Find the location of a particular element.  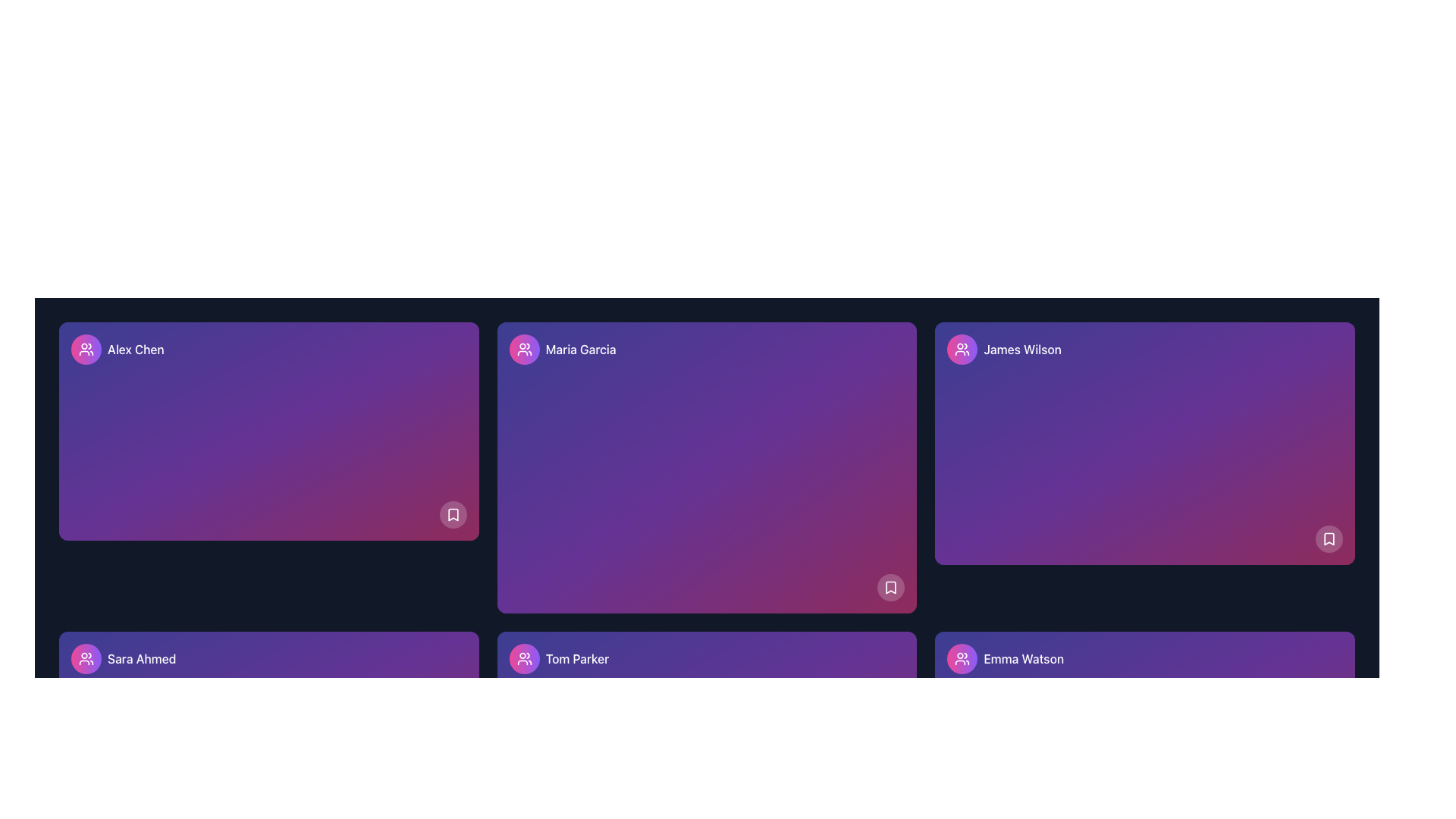

the circular badge icon-like avatar with a gradient background and white user profiles icon, located is located at coordinates (524, 350).